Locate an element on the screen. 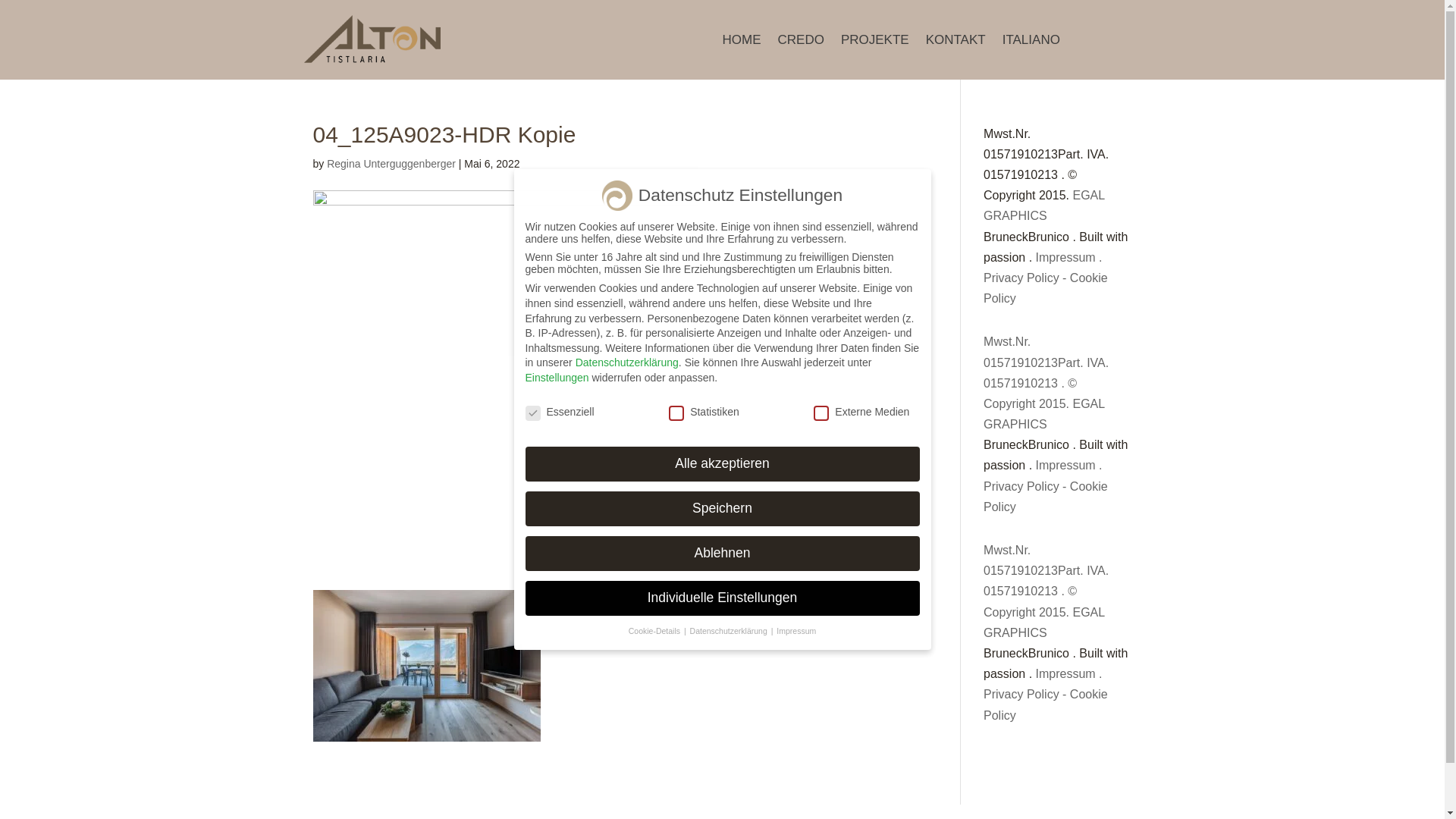 Image resolution: width=1456 pixels, height=819 pixels. 'Ablehnen' is located at coordinates (720, 553).